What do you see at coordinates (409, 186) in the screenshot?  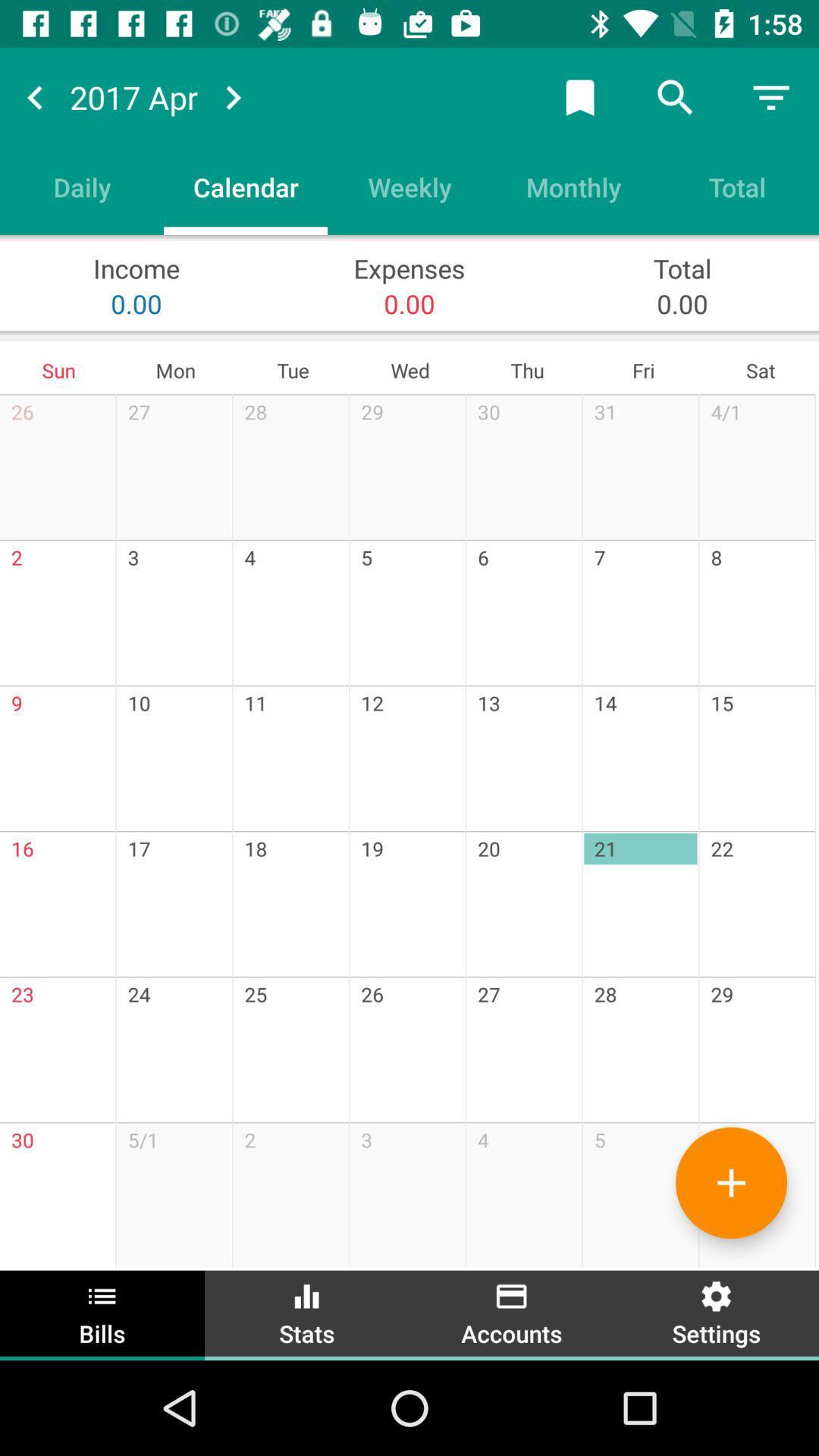 I see `item to the left of monthly item` at bounding box center [409, 186].